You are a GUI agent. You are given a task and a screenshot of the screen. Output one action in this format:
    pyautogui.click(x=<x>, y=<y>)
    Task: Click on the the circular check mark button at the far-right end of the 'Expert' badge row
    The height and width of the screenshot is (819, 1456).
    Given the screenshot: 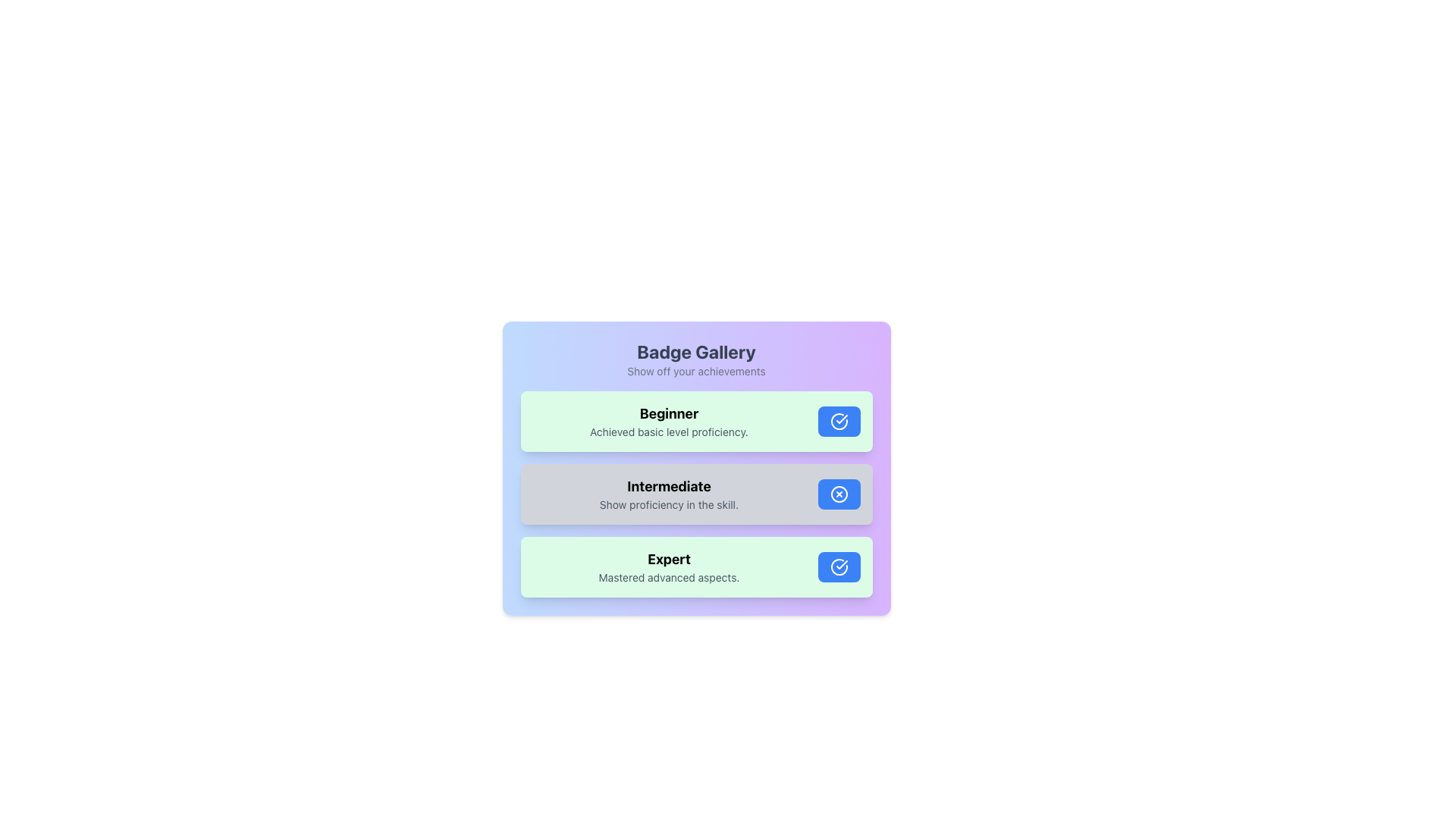 What is the action you would take?
    pyautogui.click(x=838, y=567)
    